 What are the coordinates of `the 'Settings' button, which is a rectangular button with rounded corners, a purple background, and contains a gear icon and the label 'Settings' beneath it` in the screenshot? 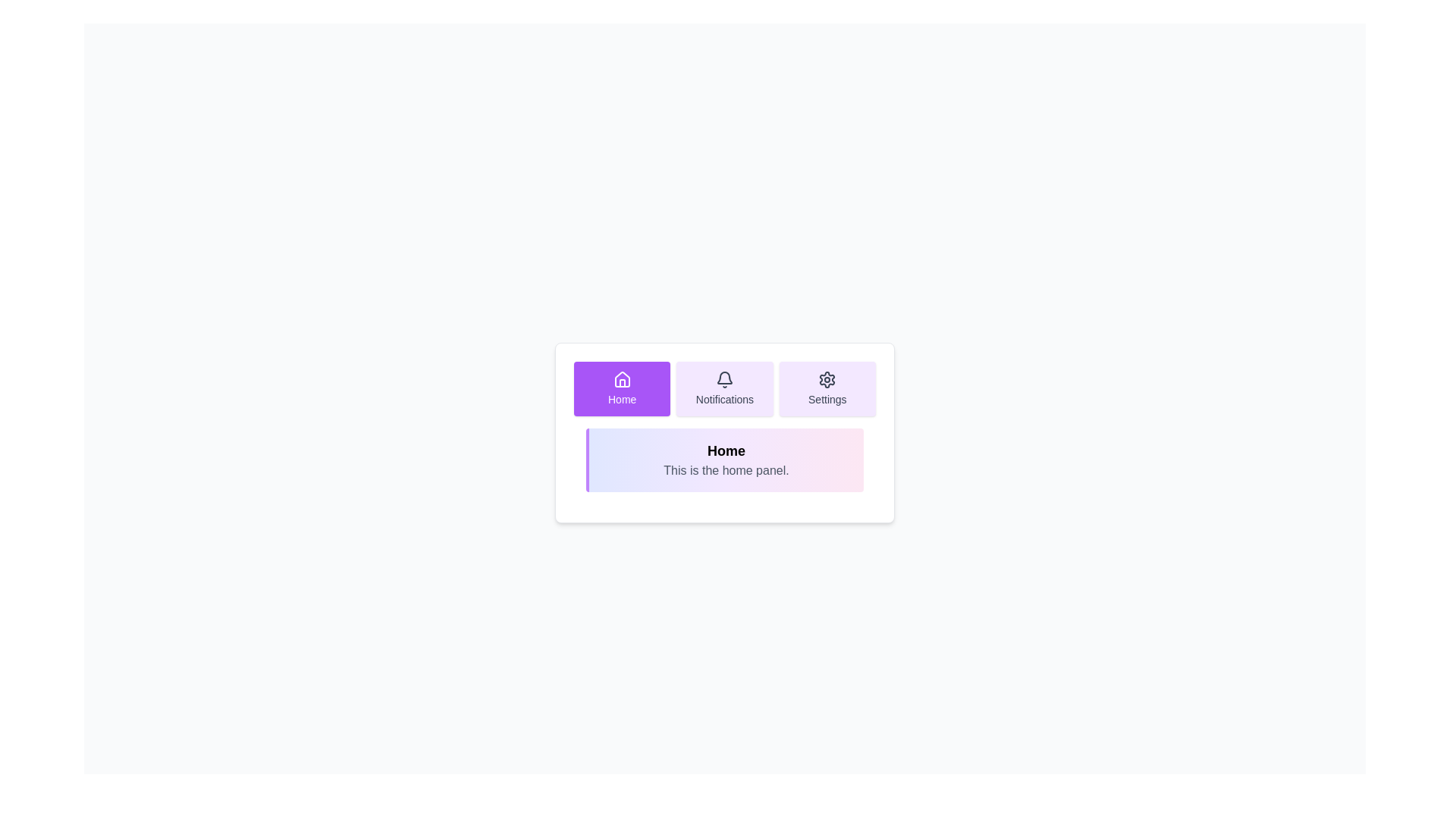 It's located at (827, 388).